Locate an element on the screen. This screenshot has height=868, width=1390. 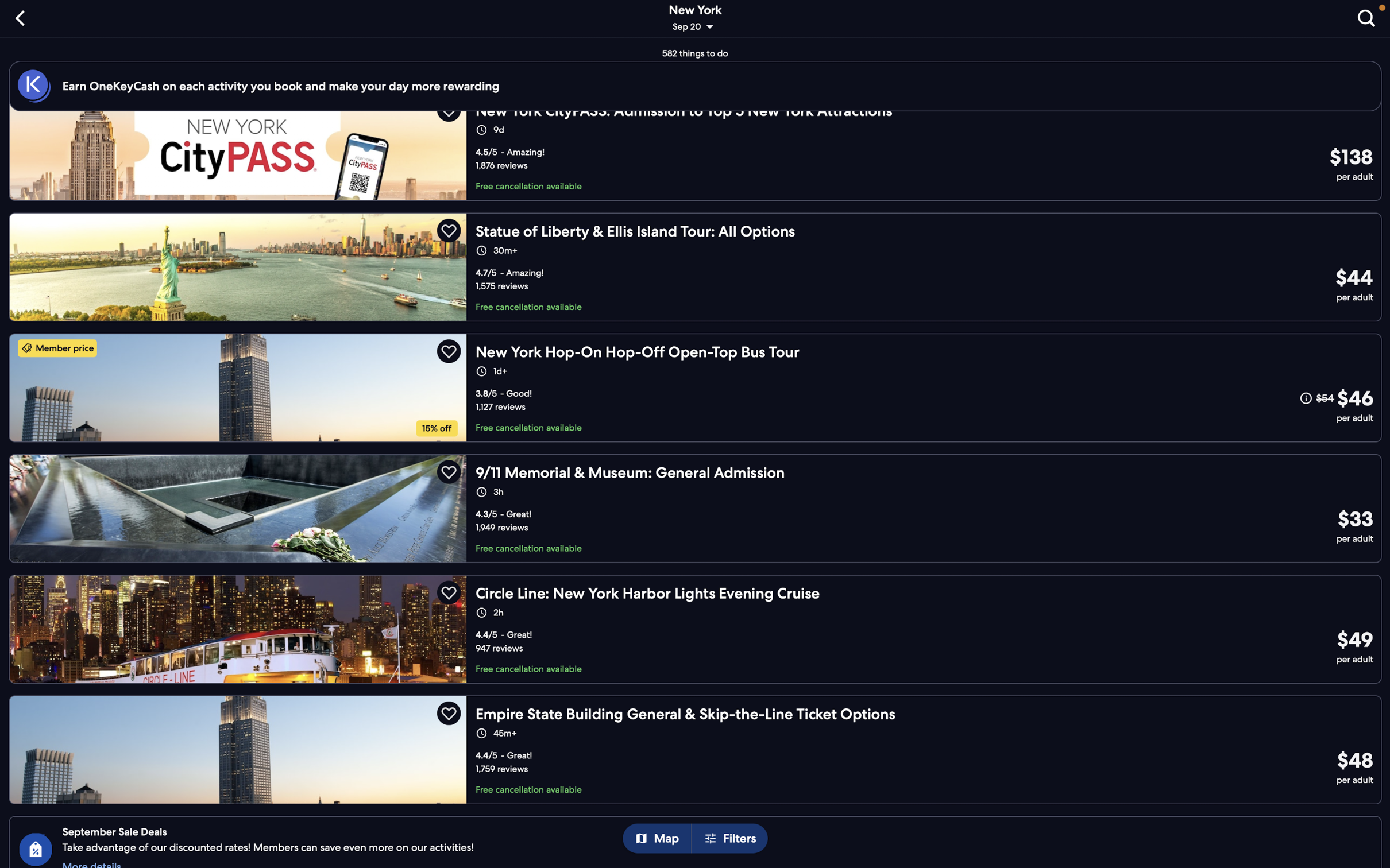
Go ahead and select the "citypass newyork" to see the package deals is located at coordinates (699, 156).